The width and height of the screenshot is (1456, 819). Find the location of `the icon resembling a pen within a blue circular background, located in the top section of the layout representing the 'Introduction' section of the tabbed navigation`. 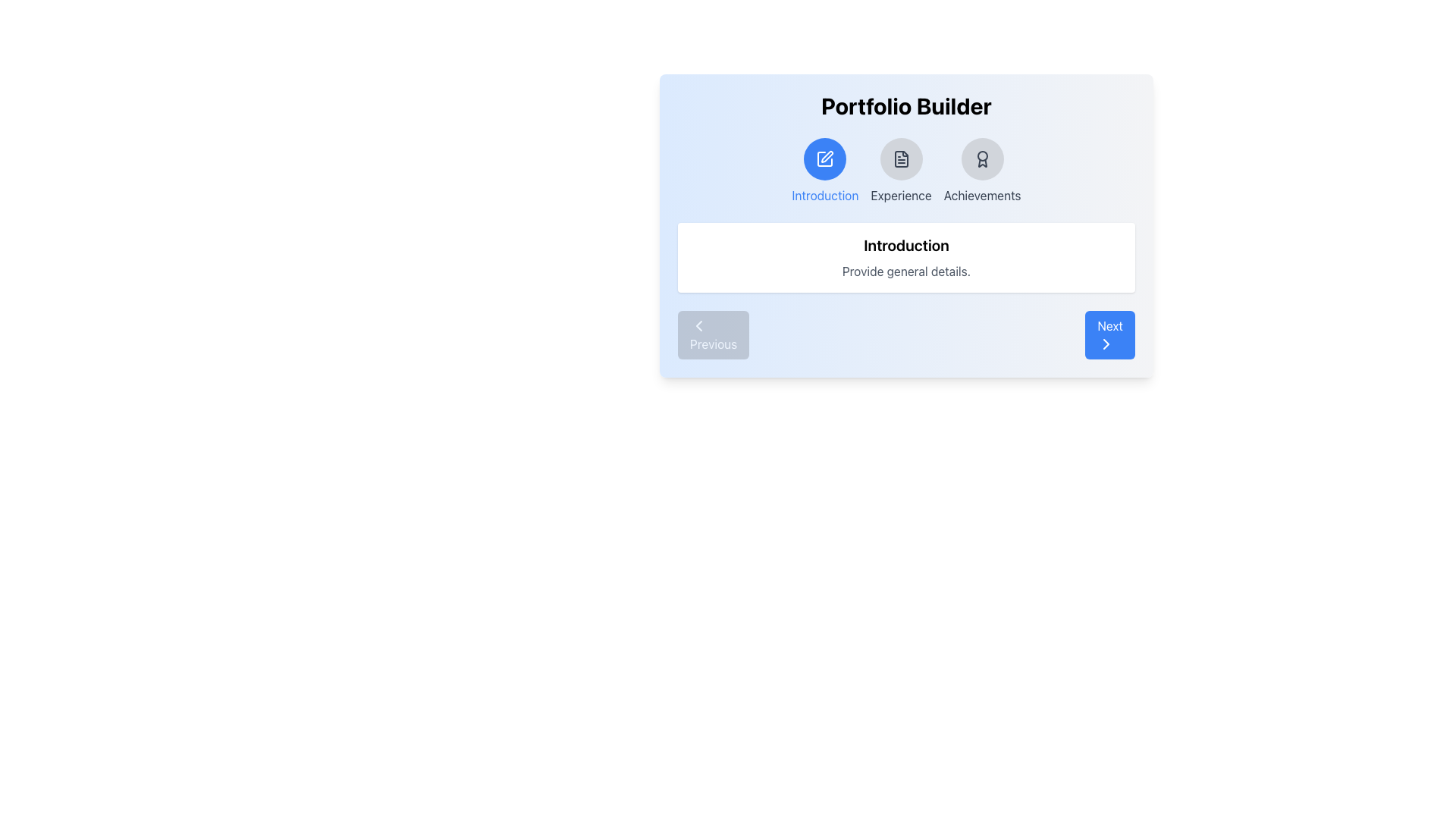

the icon resembling a pen within a blue circular background, located in the top section of the layout representing the 'Introduction' section of the tabbed navigation is located at coordinates (824, 158).